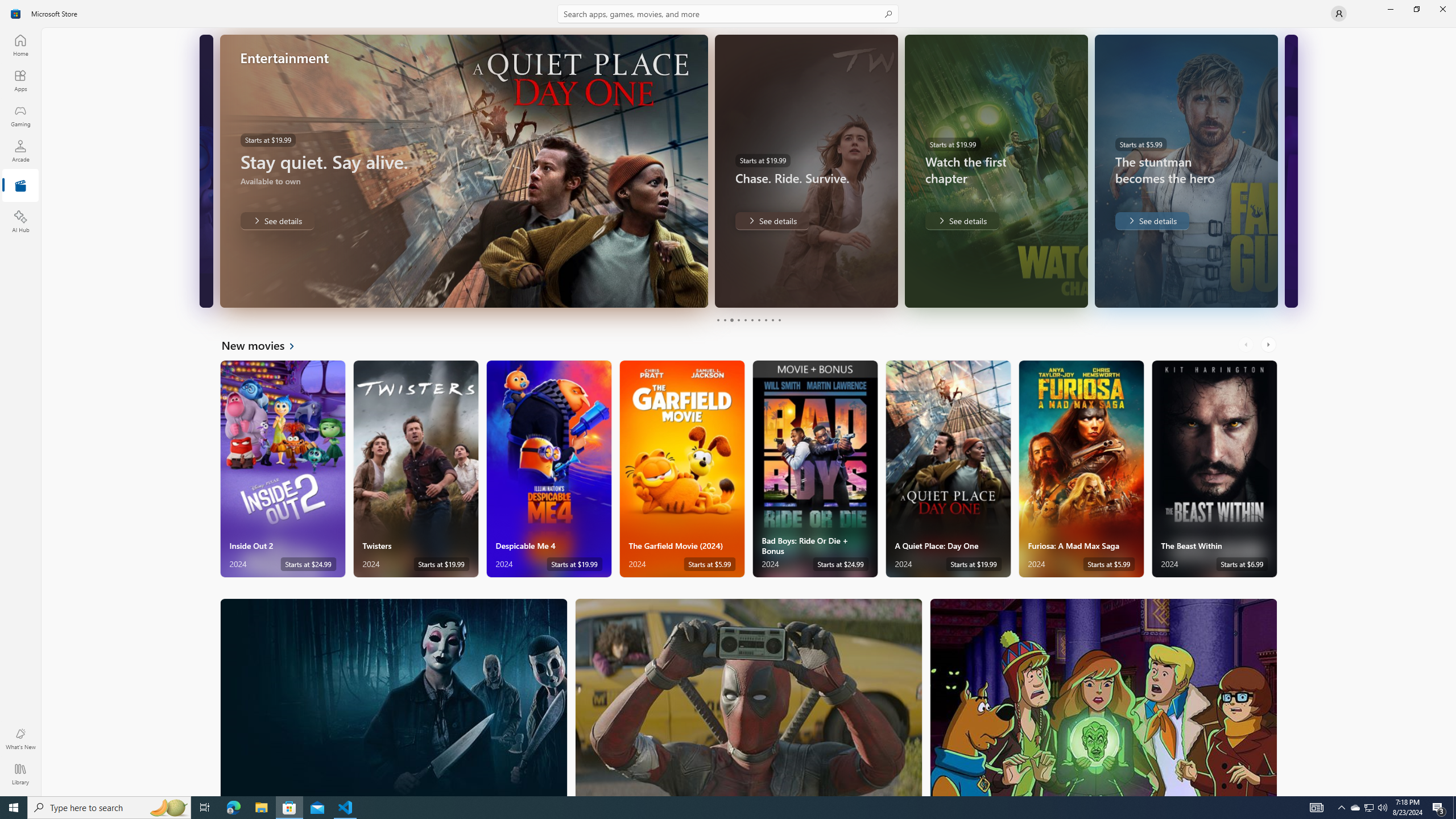 Image resolution: width=1456 pixels, height=819 pixels. What do you see at coordinates (751, 320) in the screenshot?
I see `'Page 6'` at bounding box center [751, 320].